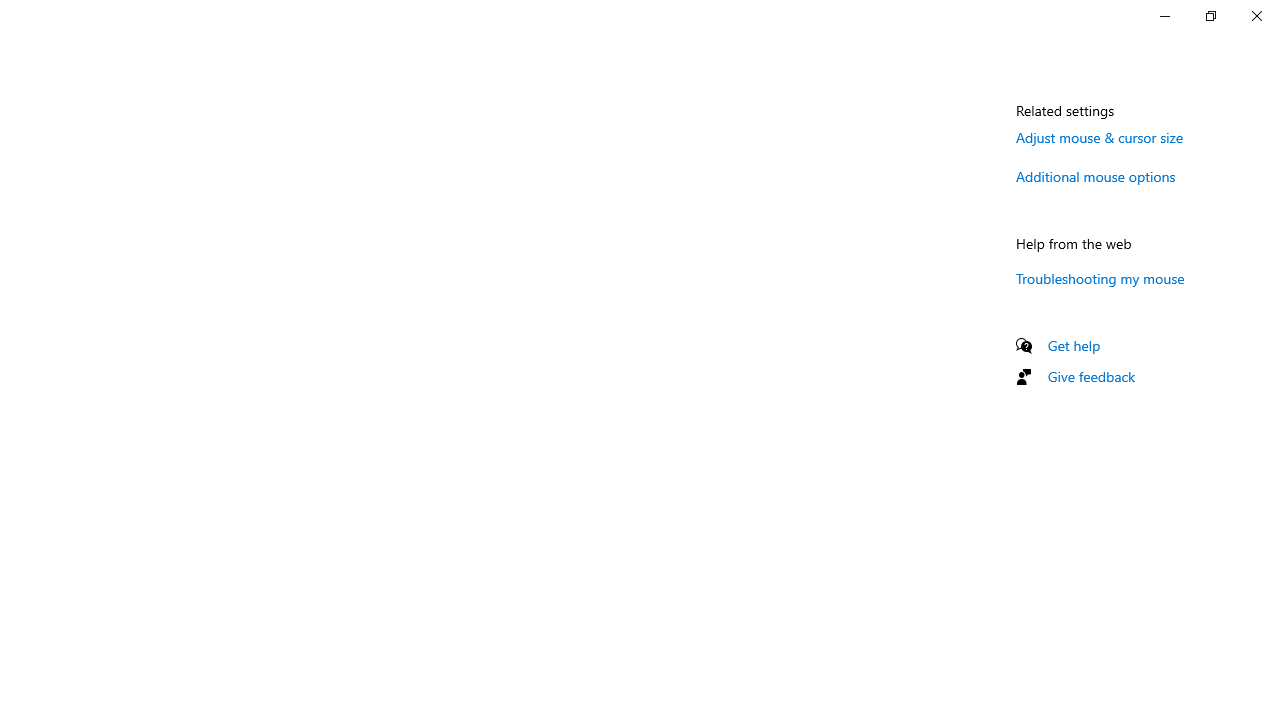 The image size is (1280, 720). I want to click on 'Additional mouse options', so click(1095, 175).